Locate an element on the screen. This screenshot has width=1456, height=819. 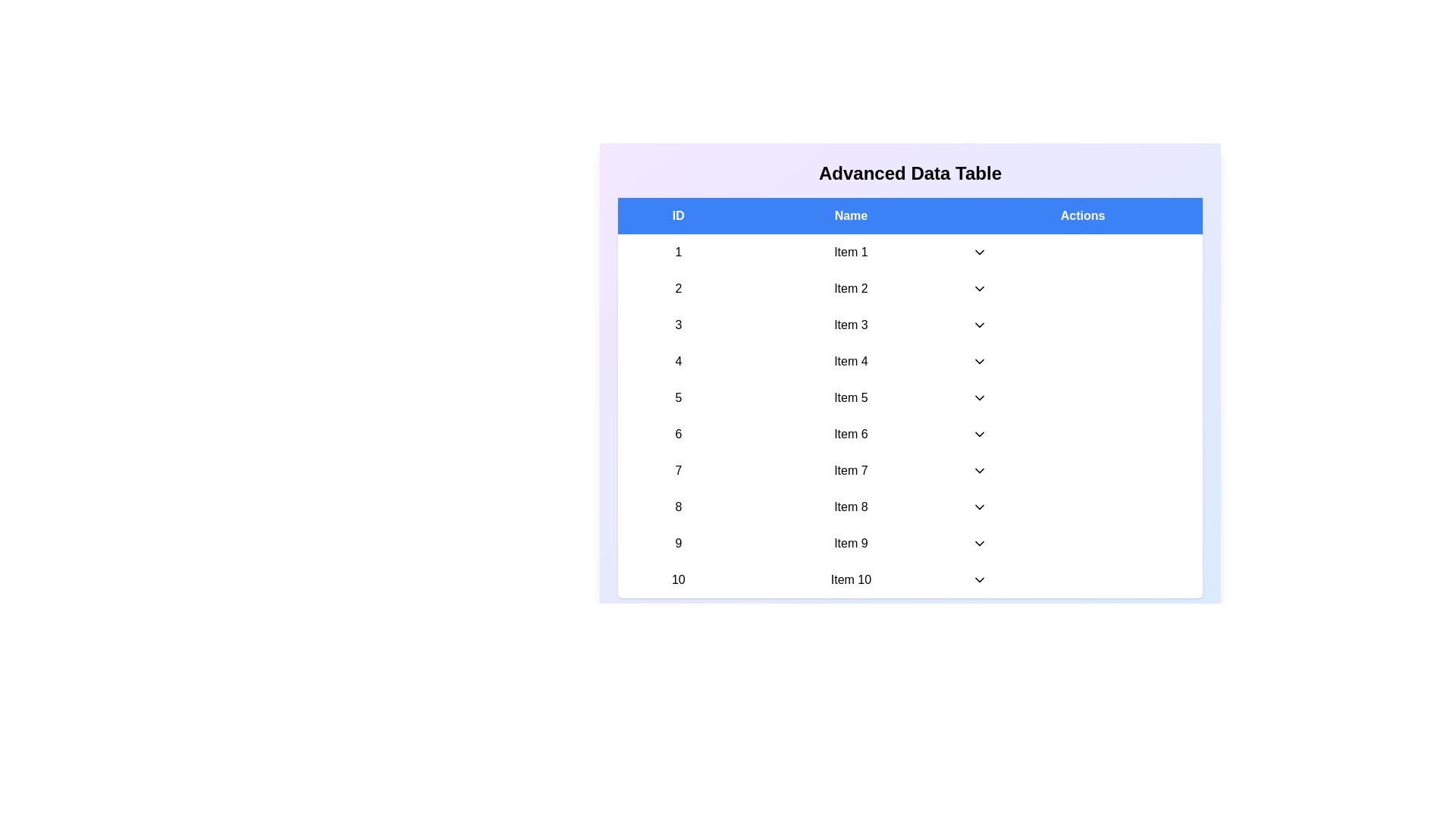
the header Actions in the table is located at coordinates (1082, 216).